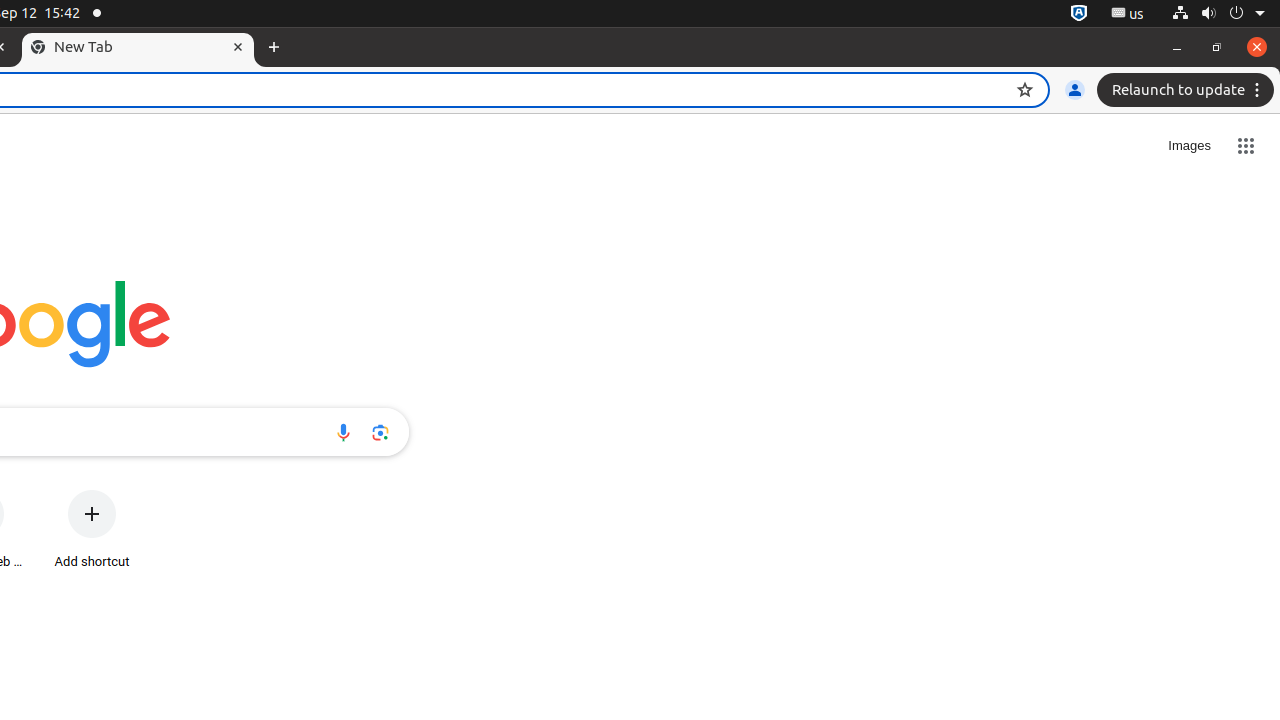 Image resolution: width=1280 pixels, height=720 pixels. What do you see at coordinates (1025, 90) in the screenshot?
I see `'Bookmark this tab'` at bounding box center [1025, 90].